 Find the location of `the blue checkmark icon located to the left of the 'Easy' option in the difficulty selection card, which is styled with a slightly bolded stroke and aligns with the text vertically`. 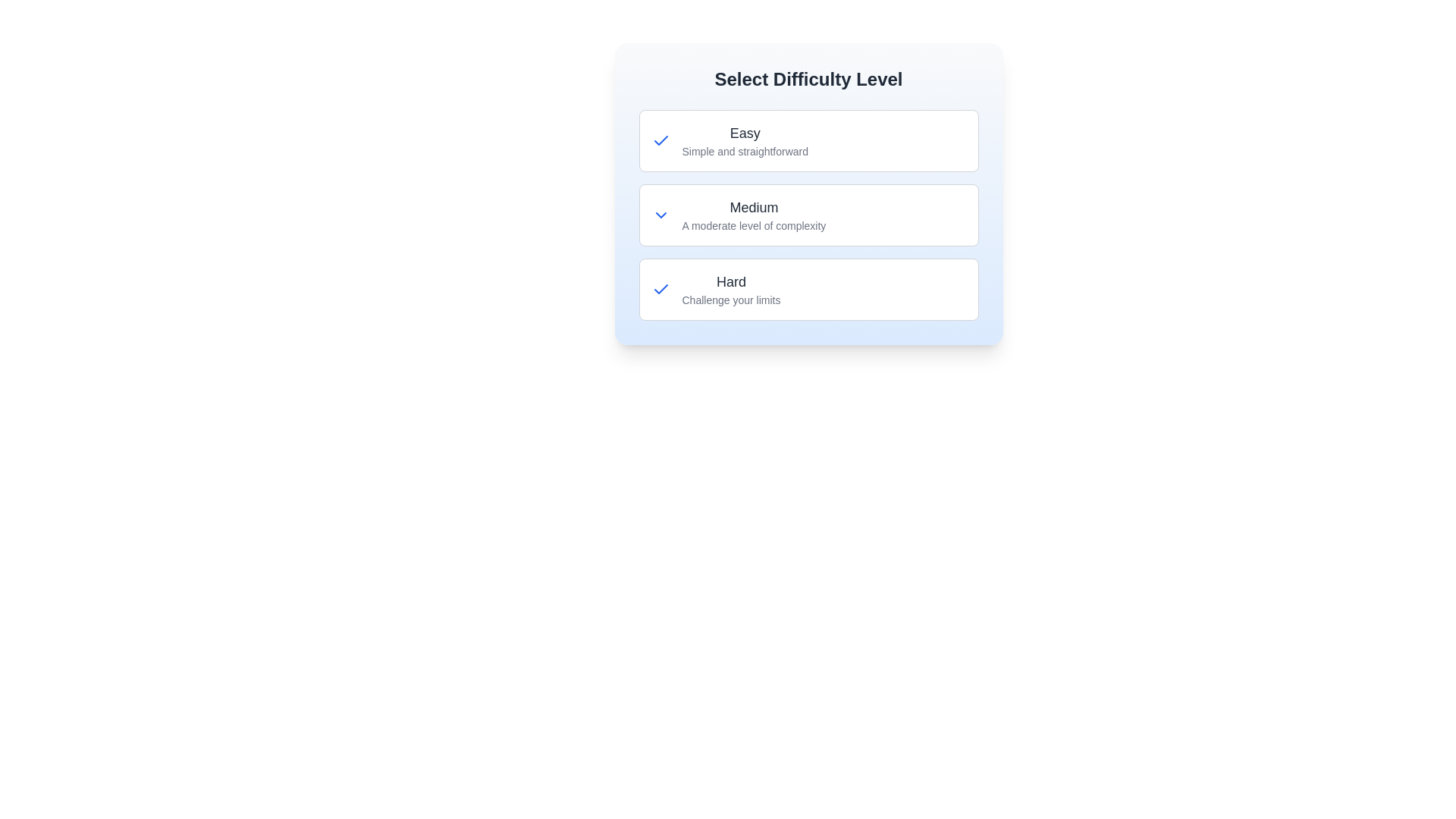

the blue checkmark icon located to the left of the 'Easy' option in the difficulty selection card, which is styled with a slightly bolded stroke and aligns with the text vertically is located at coordinates (661, 140).